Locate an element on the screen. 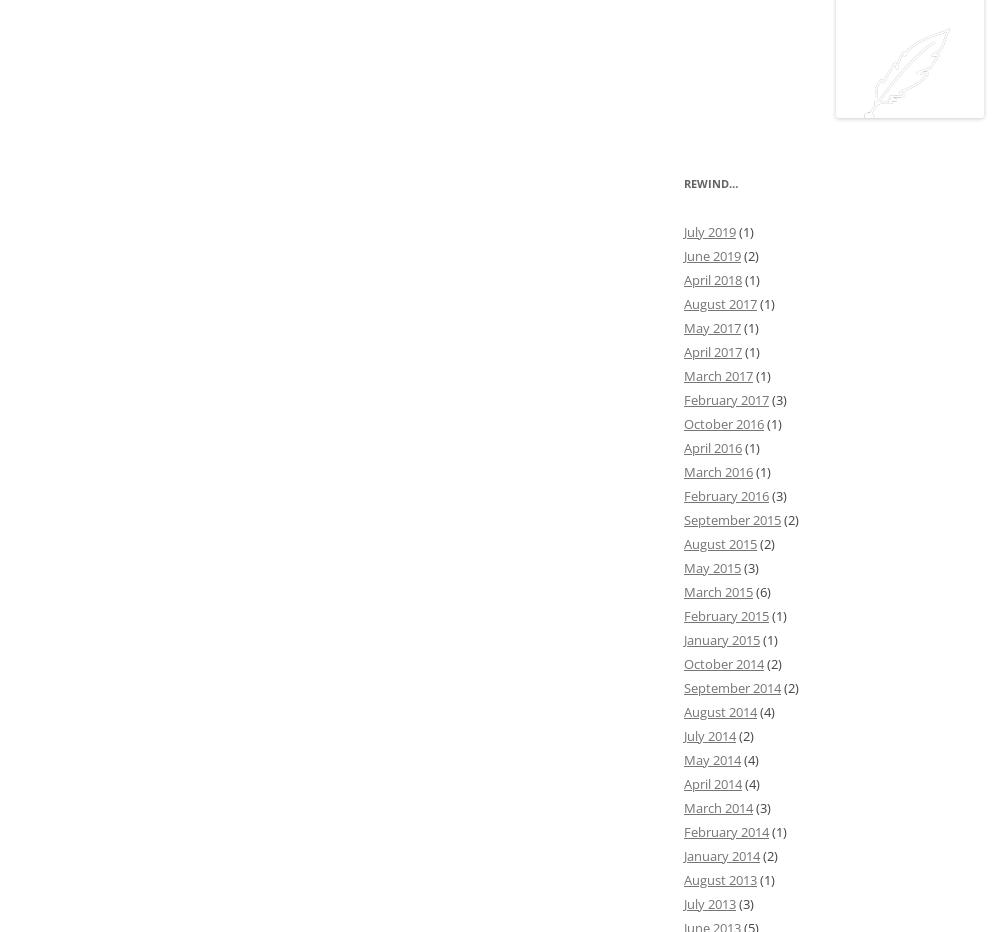 The width and height of the screenshot is (1008, 932). 'September 2015' is located at coordinates (684, 518).